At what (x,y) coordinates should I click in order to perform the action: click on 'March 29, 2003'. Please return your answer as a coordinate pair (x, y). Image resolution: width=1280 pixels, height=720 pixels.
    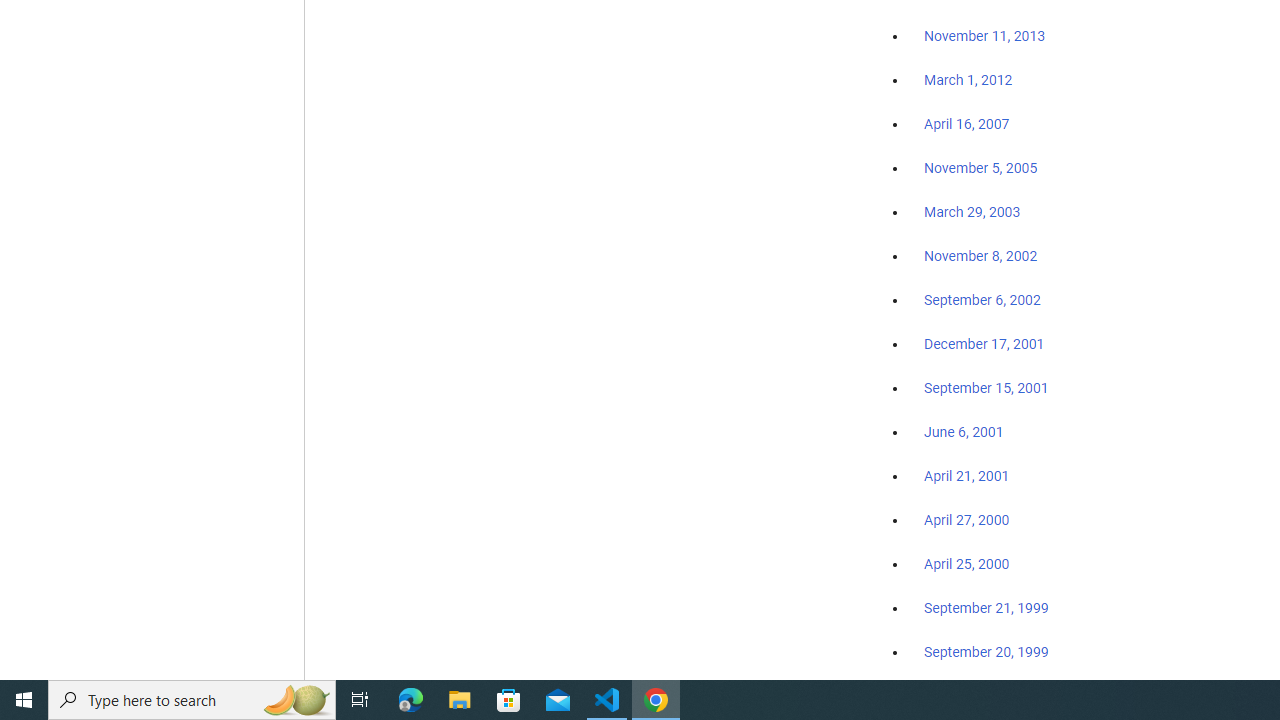
    Looking at the image, I should click on (972, 212).